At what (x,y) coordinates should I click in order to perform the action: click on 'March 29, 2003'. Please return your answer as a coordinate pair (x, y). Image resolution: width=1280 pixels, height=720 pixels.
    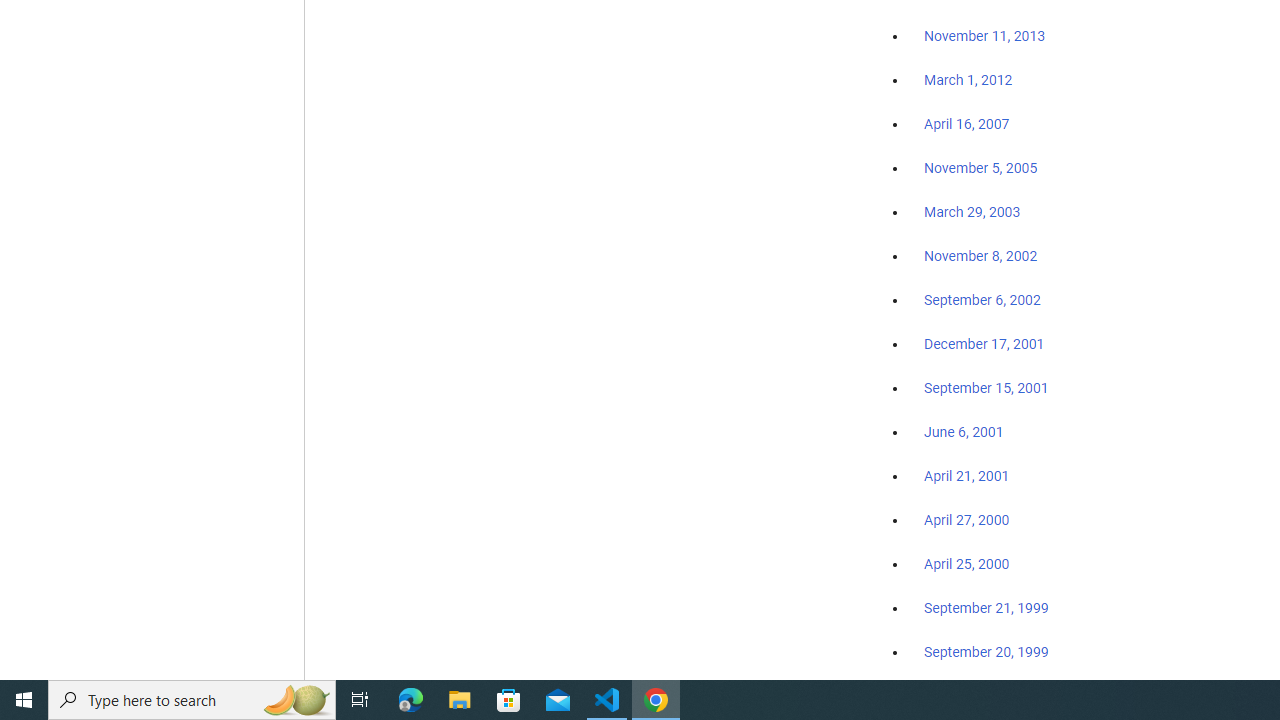
    Looking at the image, I should click on (972, 212).